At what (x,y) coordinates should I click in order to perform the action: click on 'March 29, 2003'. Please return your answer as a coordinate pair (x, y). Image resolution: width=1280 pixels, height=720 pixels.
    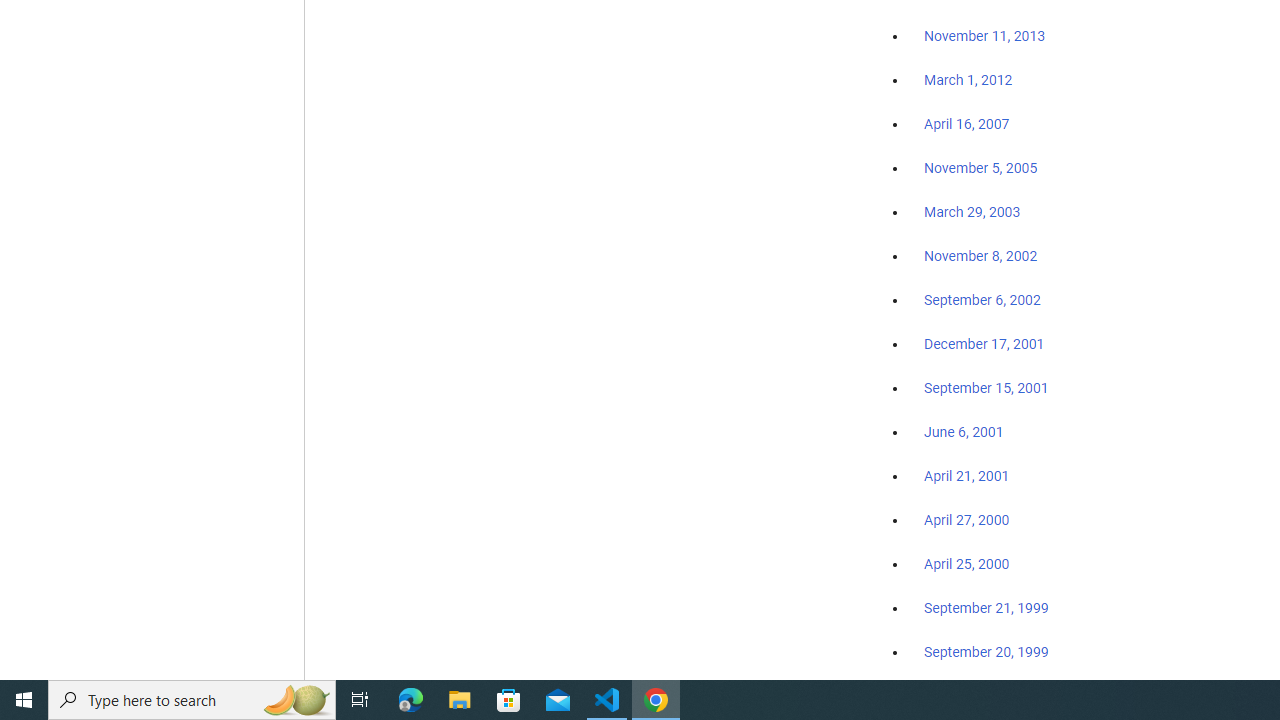
    Looking at the image, I should click on (972, 212).